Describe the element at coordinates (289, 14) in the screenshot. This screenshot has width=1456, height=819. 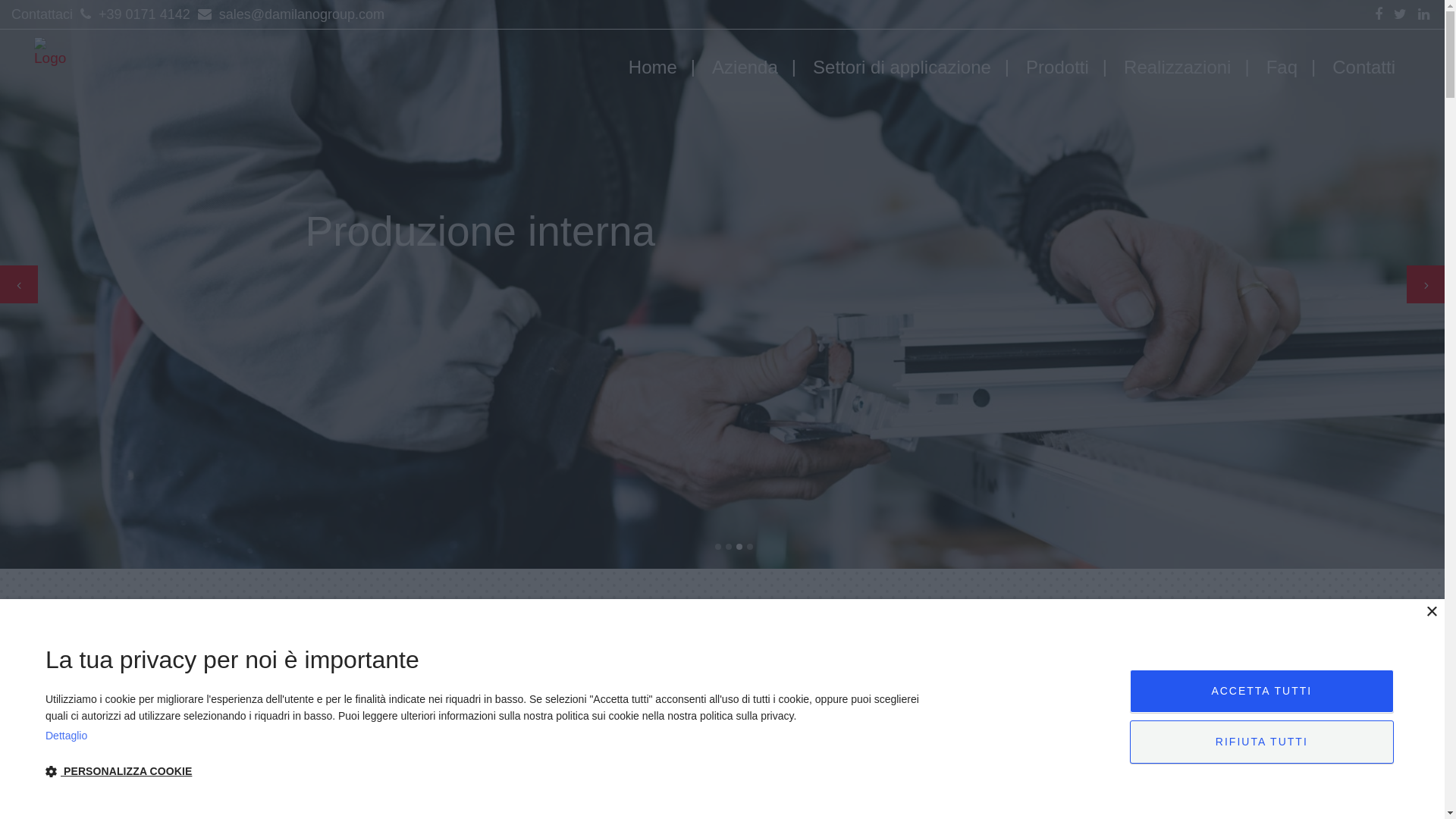
I see `'sales@damilanogroup.com'` at that location.